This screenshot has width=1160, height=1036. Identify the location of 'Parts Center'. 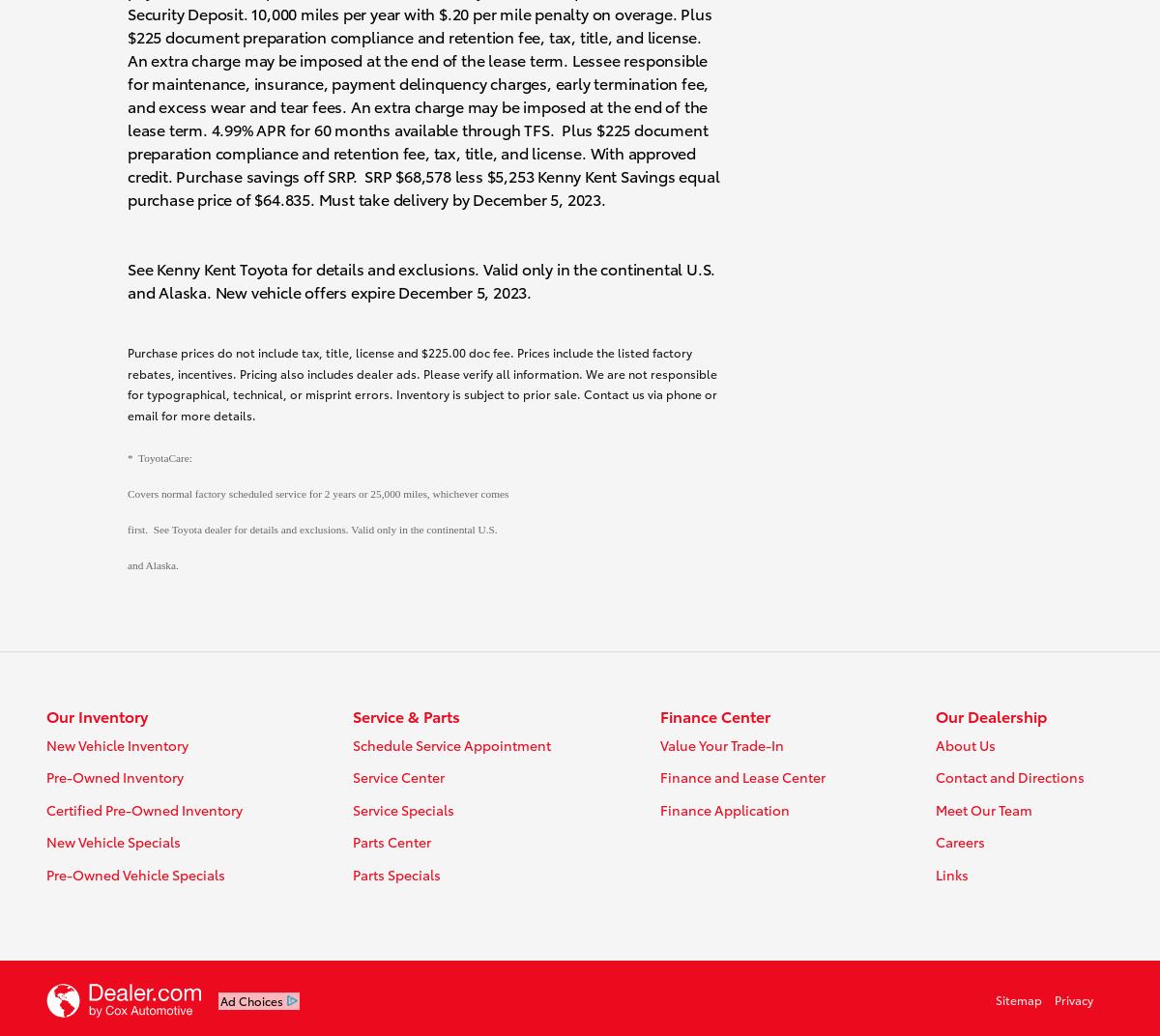
(351, 841).